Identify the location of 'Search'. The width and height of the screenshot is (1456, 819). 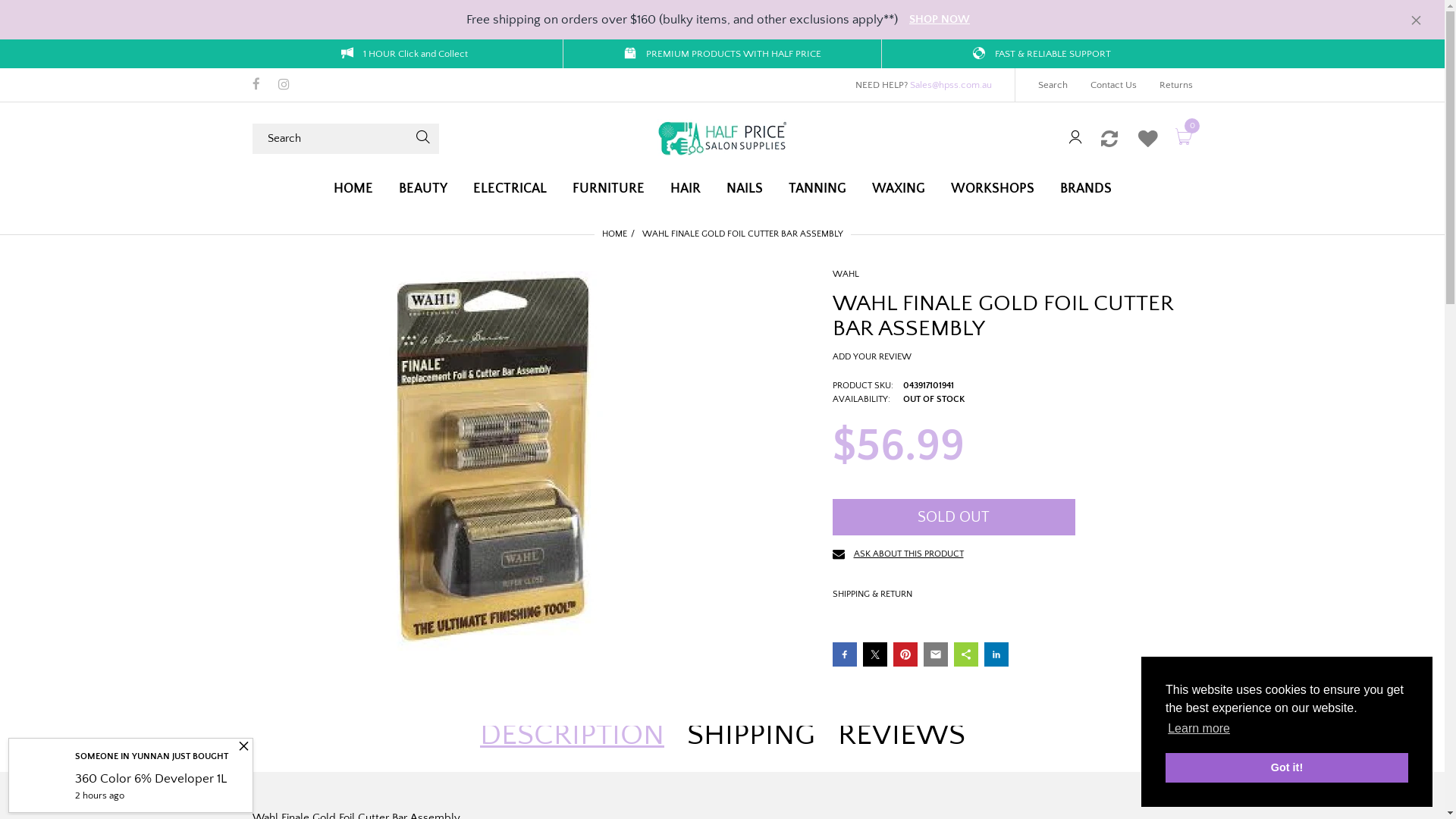
(1051, 84).